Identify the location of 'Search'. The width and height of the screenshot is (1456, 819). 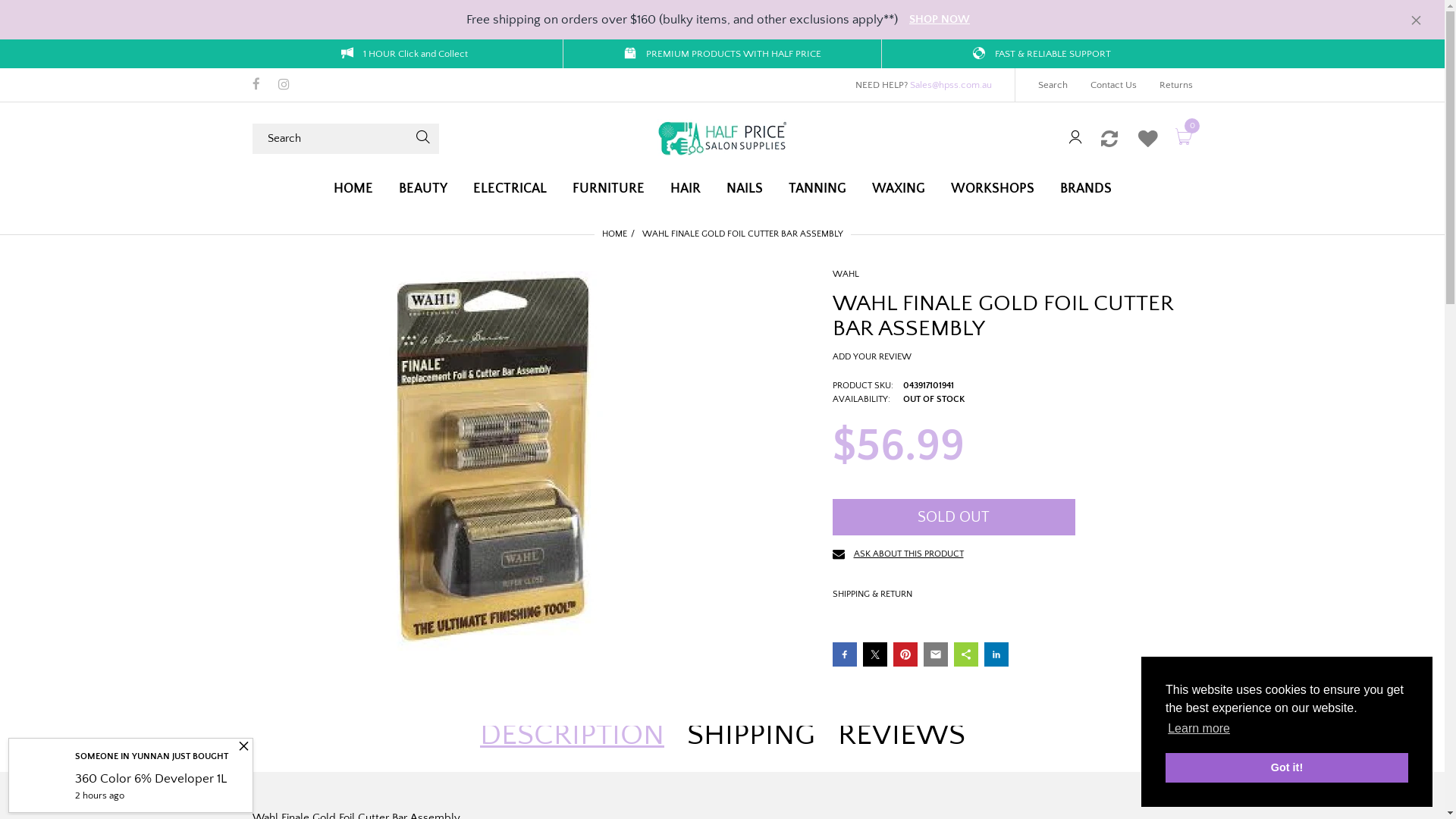
(1051, 84).